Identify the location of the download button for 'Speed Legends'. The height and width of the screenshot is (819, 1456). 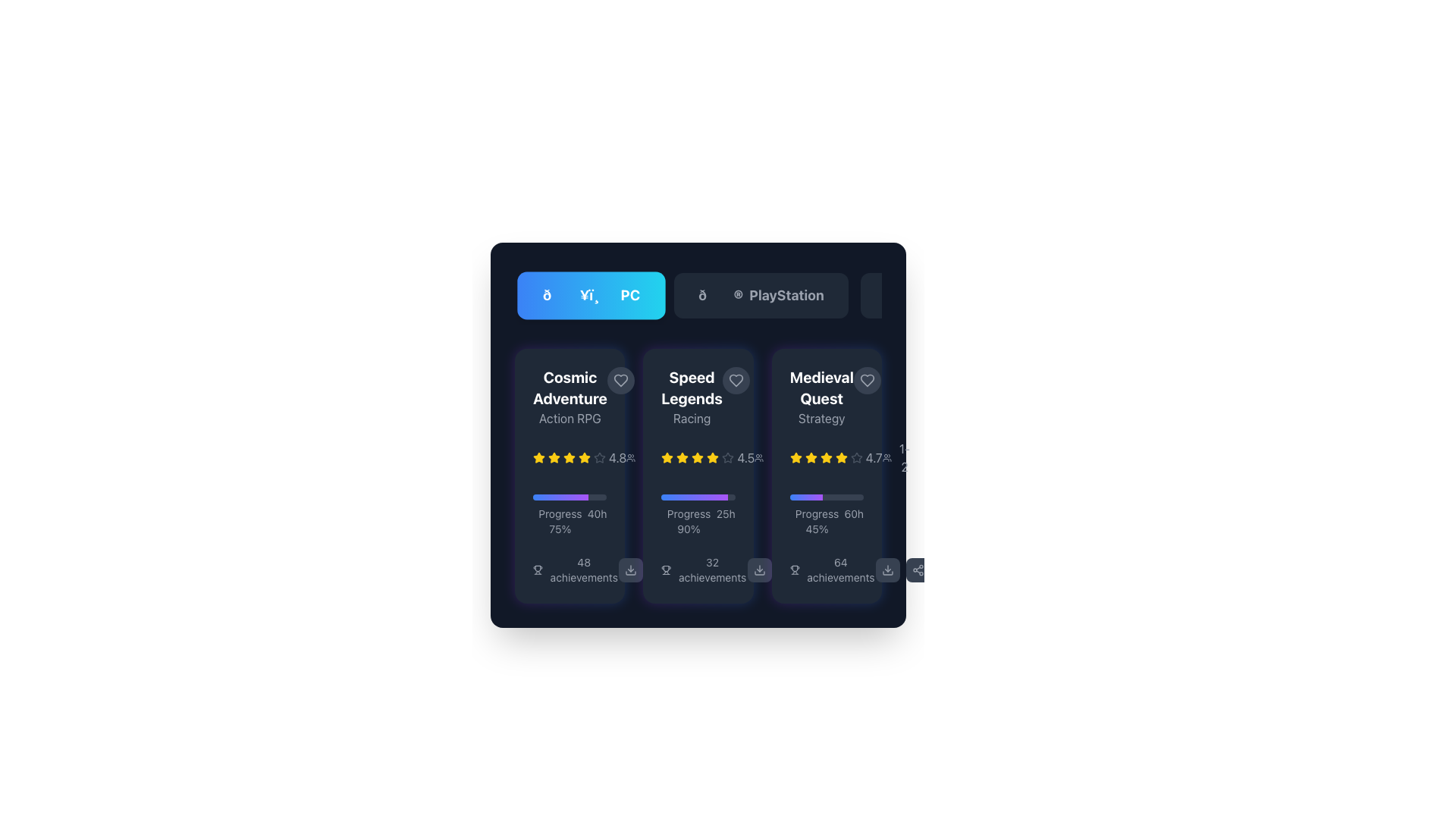
(631, 570).